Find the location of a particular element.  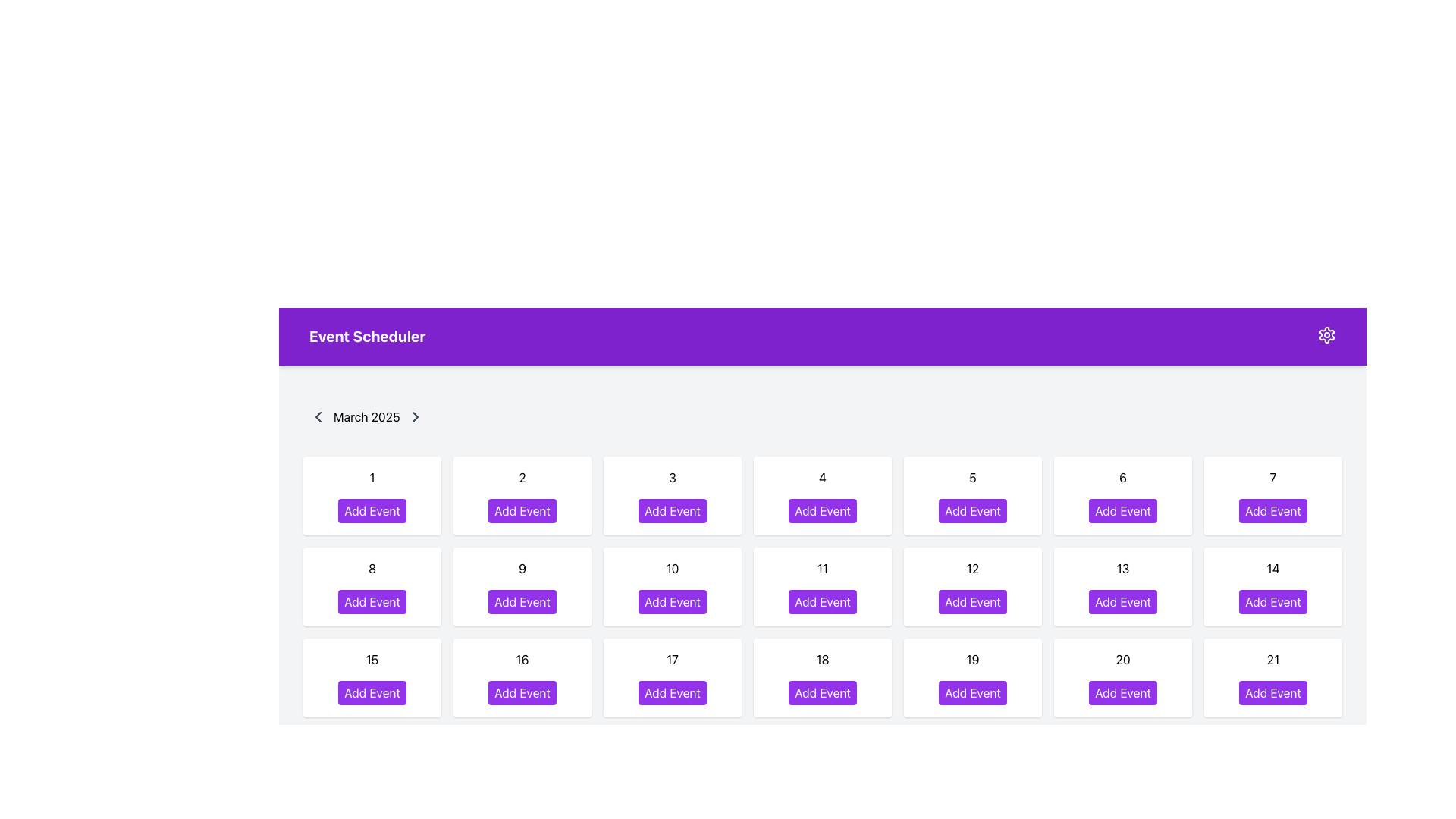

the 'Add Event' button located in the second row and first column of the scheduling grid in the 'Event Scheduler' interface is located at coordinates (372, 586).